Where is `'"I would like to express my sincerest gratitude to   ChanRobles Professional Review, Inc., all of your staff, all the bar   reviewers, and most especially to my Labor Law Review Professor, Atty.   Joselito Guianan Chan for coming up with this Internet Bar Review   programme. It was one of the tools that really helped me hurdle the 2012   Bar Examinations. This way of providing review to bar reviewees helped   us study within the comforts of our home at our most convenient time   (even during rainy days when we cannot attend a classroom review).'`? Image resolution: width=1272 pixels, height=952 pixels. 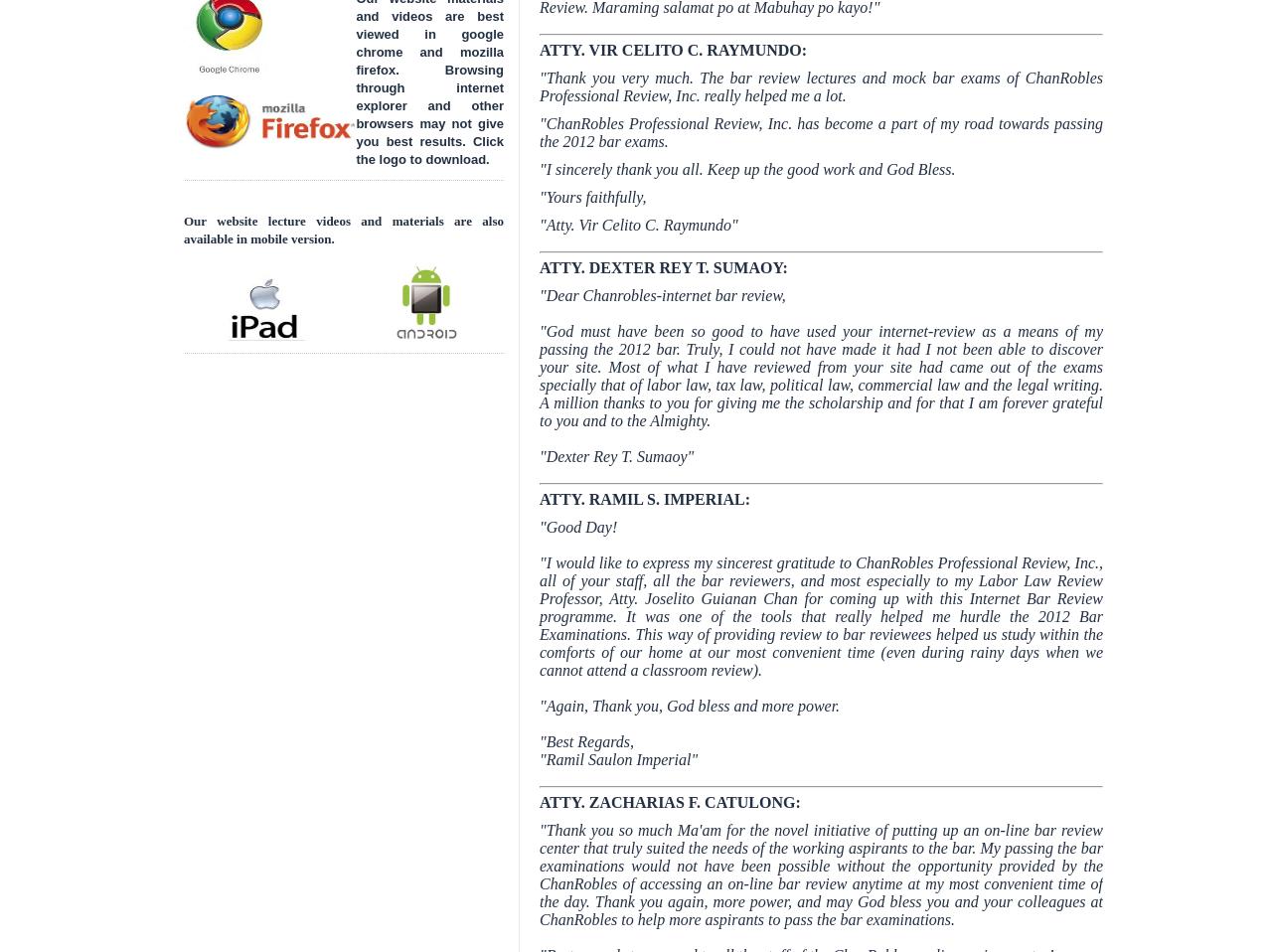 '"I would like to express my sincerest gratitude to   ChanRobles Professional Review, Inc., all of your staff, all the bar   reviewers, and most especially to my Labor Law Review Professor, Atty.   Joselito Guianan Chan for coming up with this Internet Bar Review   programme. It was one of the tools that really helped me hurdle the 2012   Bar Examinations. This way of providing review to bar reviewees helped   us study within the comforts of our home at our most convenient time   (even during rainy days when we cannot attend a classroom review).' is located at coordinates (821, 616).